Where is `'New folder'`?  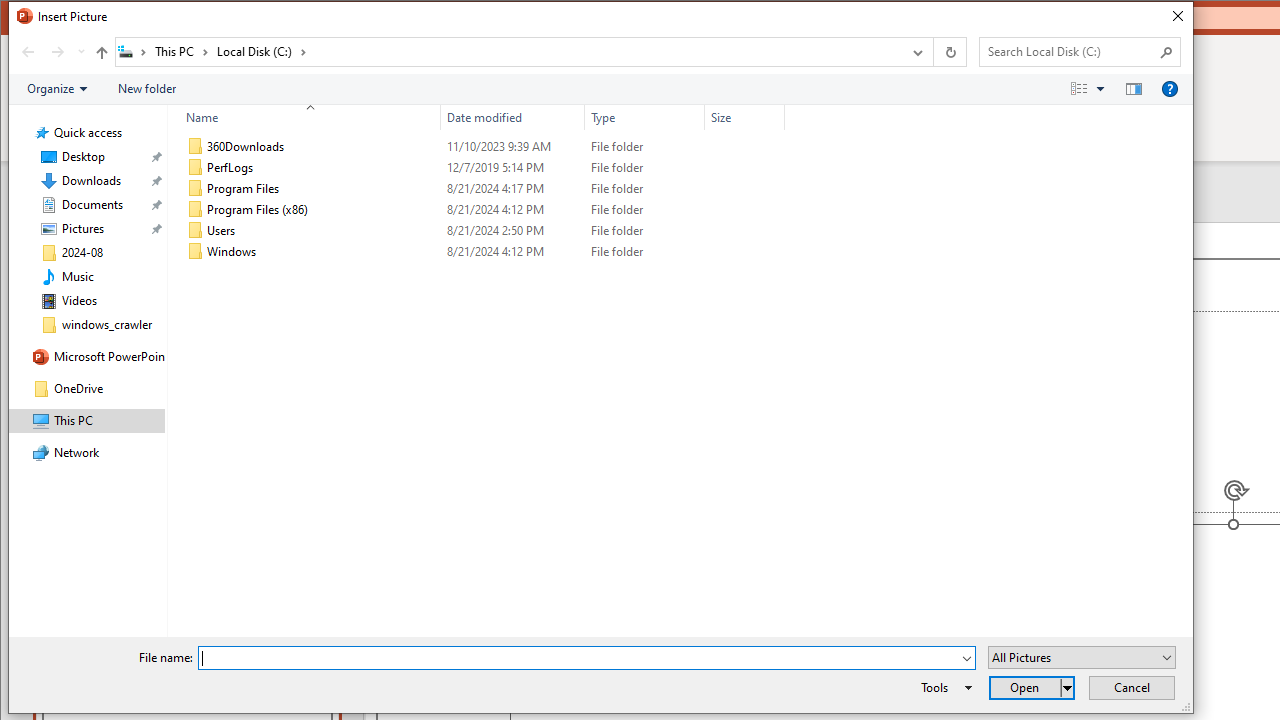 'New folder' is located at coordinates (145, 88).